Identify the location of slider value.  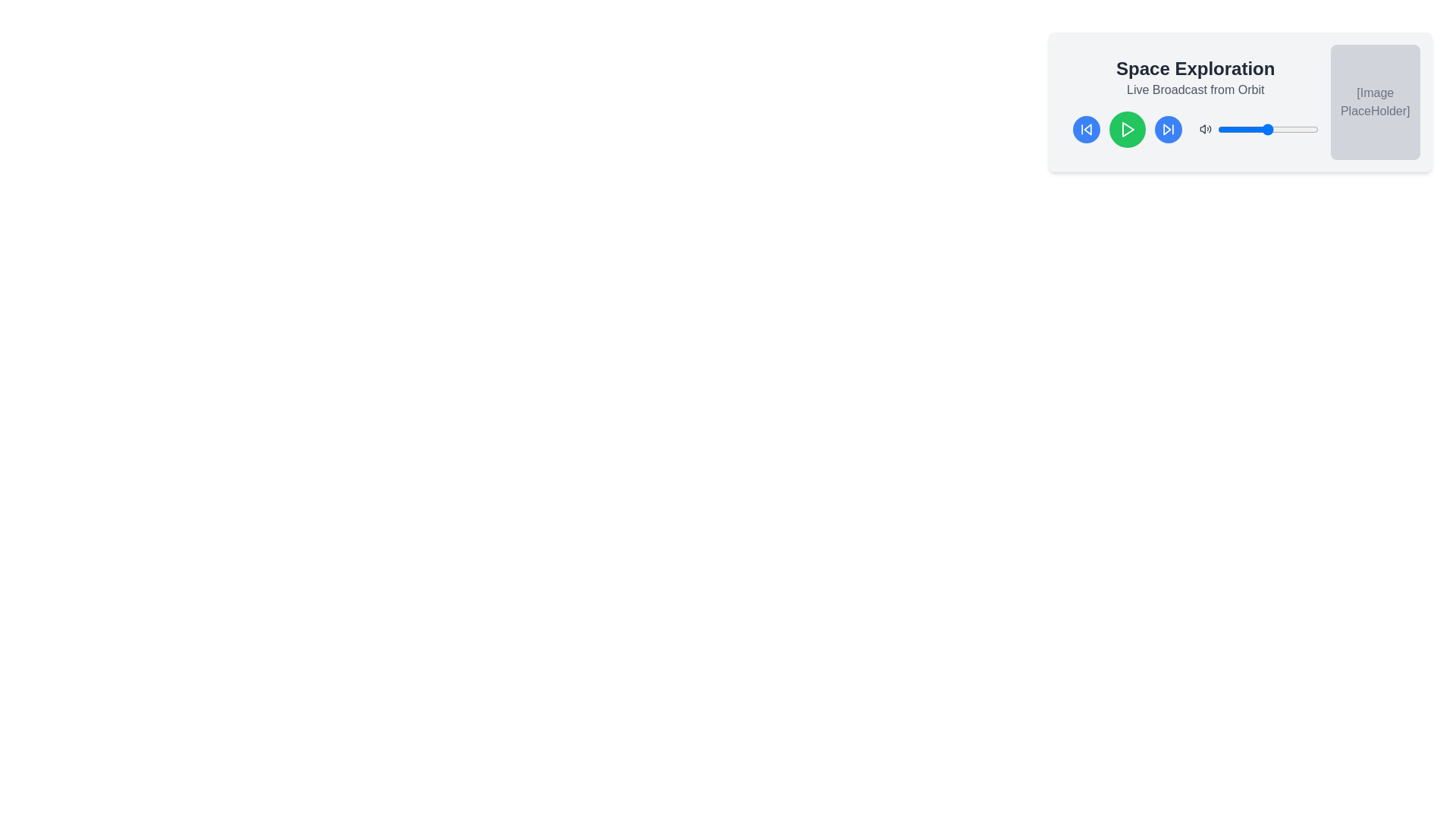
(1263, 128).